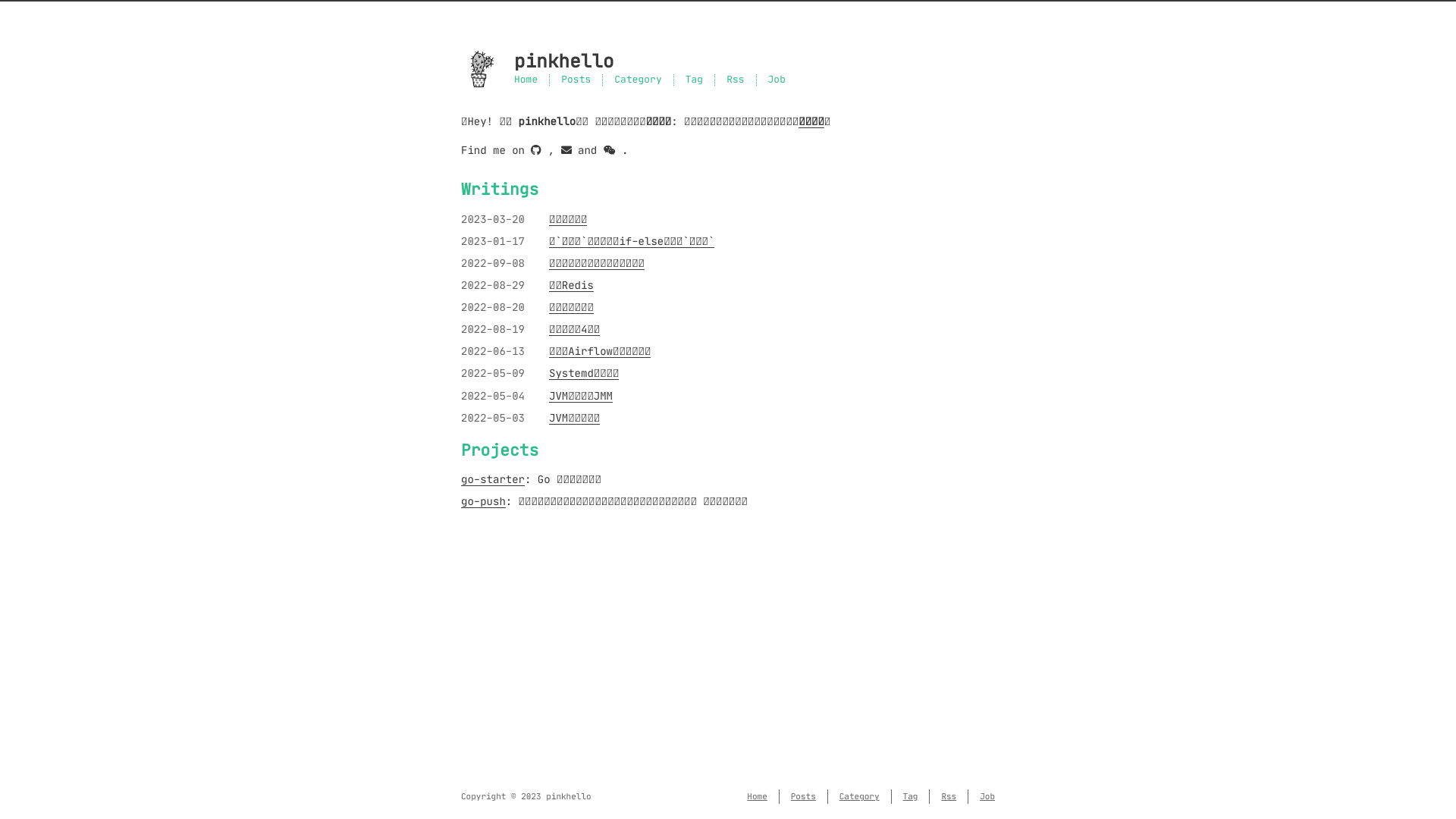  What do you see at coordinates (693, 80) in the screenshot?
I see `'Tag'` at bounding box center [693, 80].